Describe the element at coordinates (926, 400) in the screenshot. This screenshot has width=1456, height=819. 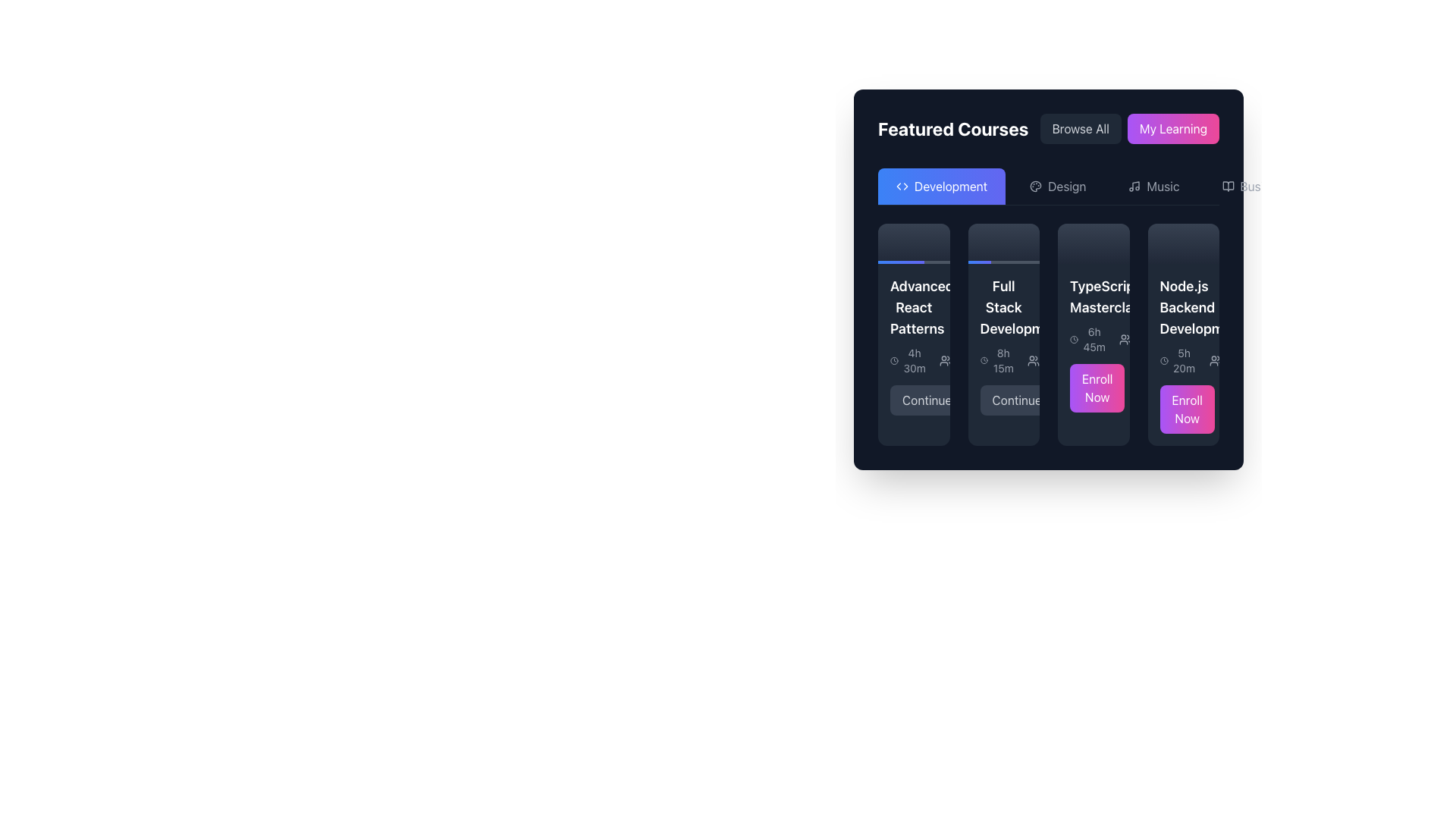
I see `the leftmost 'Continue' button with rounded edges and a dark gray background located under the 'Advanced React Patterns' course card in the 'Featured Courses' section` at that location.